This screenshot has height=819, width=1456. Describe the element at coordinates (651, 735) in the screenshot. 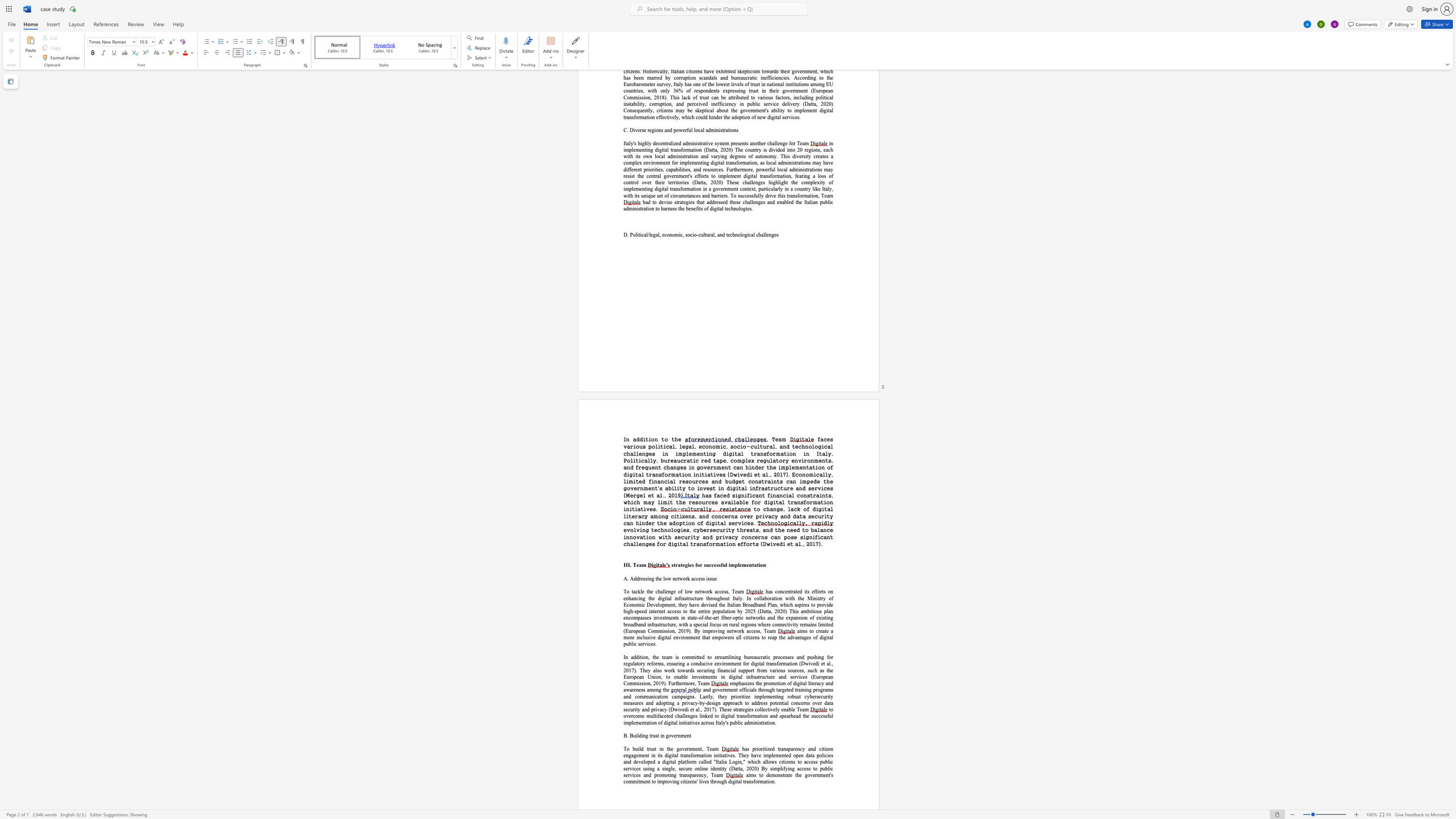

I see `the 1th character "r" in the text` at that location.